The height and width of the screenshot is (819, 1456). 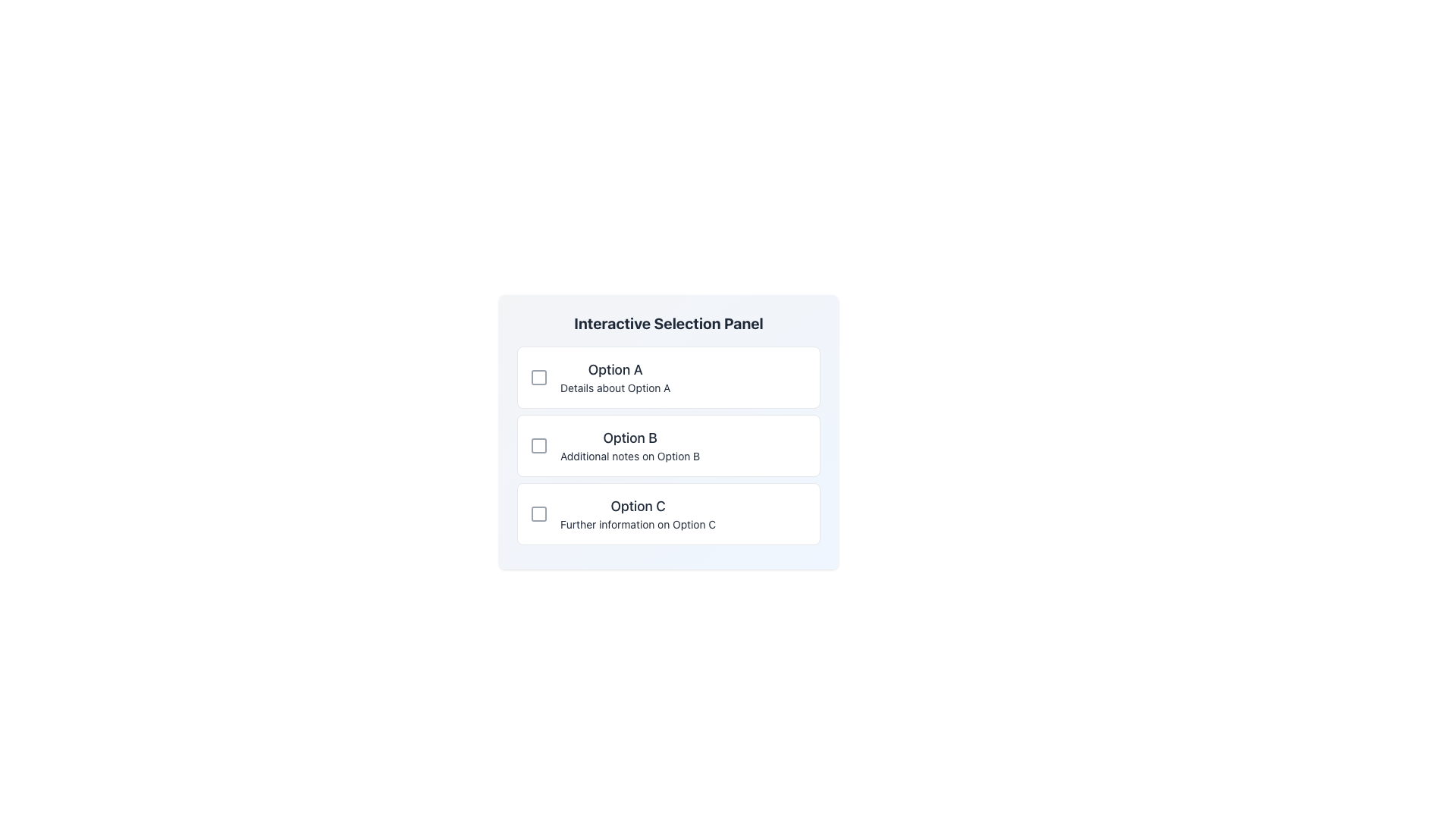 I want to click on the second option 'Option B', so click(x=668, y=432).